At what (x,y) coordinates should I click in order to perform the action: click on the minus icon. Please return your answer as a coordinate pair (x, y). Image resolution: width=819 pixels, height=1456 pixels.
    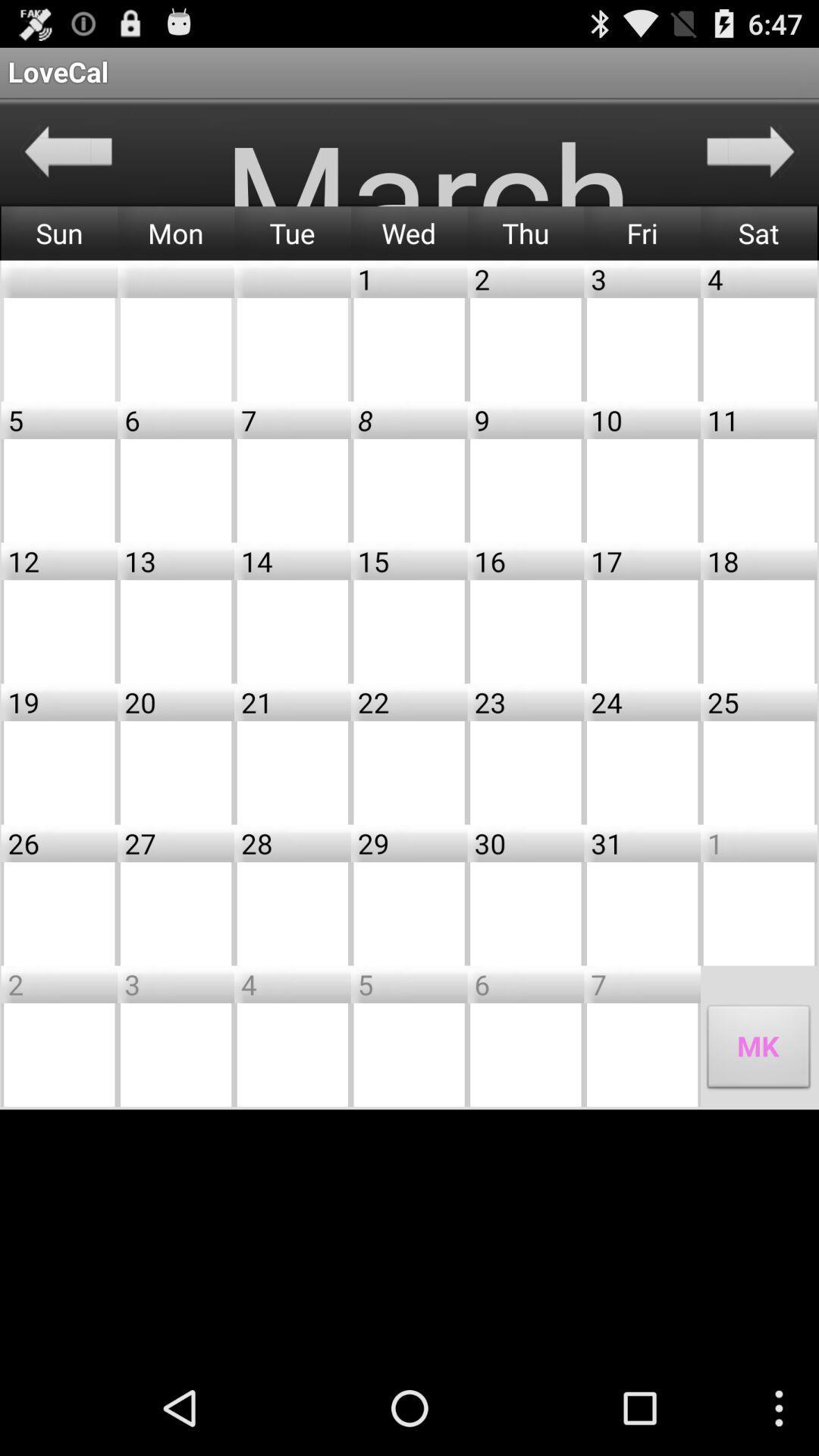
    Looking at the image, I should click on (408, 1128).